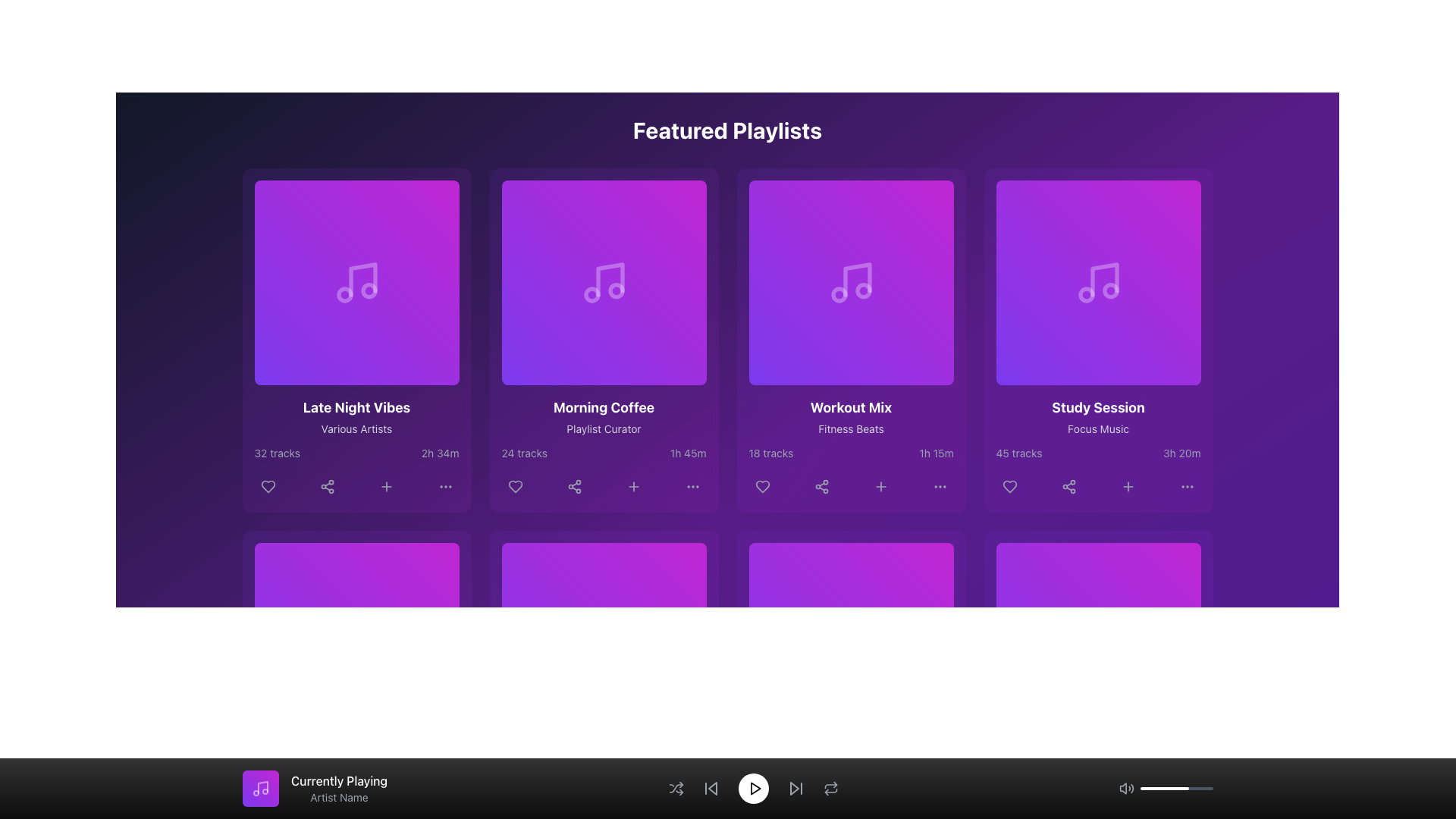 The height and width of the screenshot is (819, 1456). Describe the element at coordinates (853, 283) in the screenshot. I see `the central play triangle icon within the circular button located below the 'Workout Mix' section in the 'Featured Playlists' grid to play the playlist` at that location.